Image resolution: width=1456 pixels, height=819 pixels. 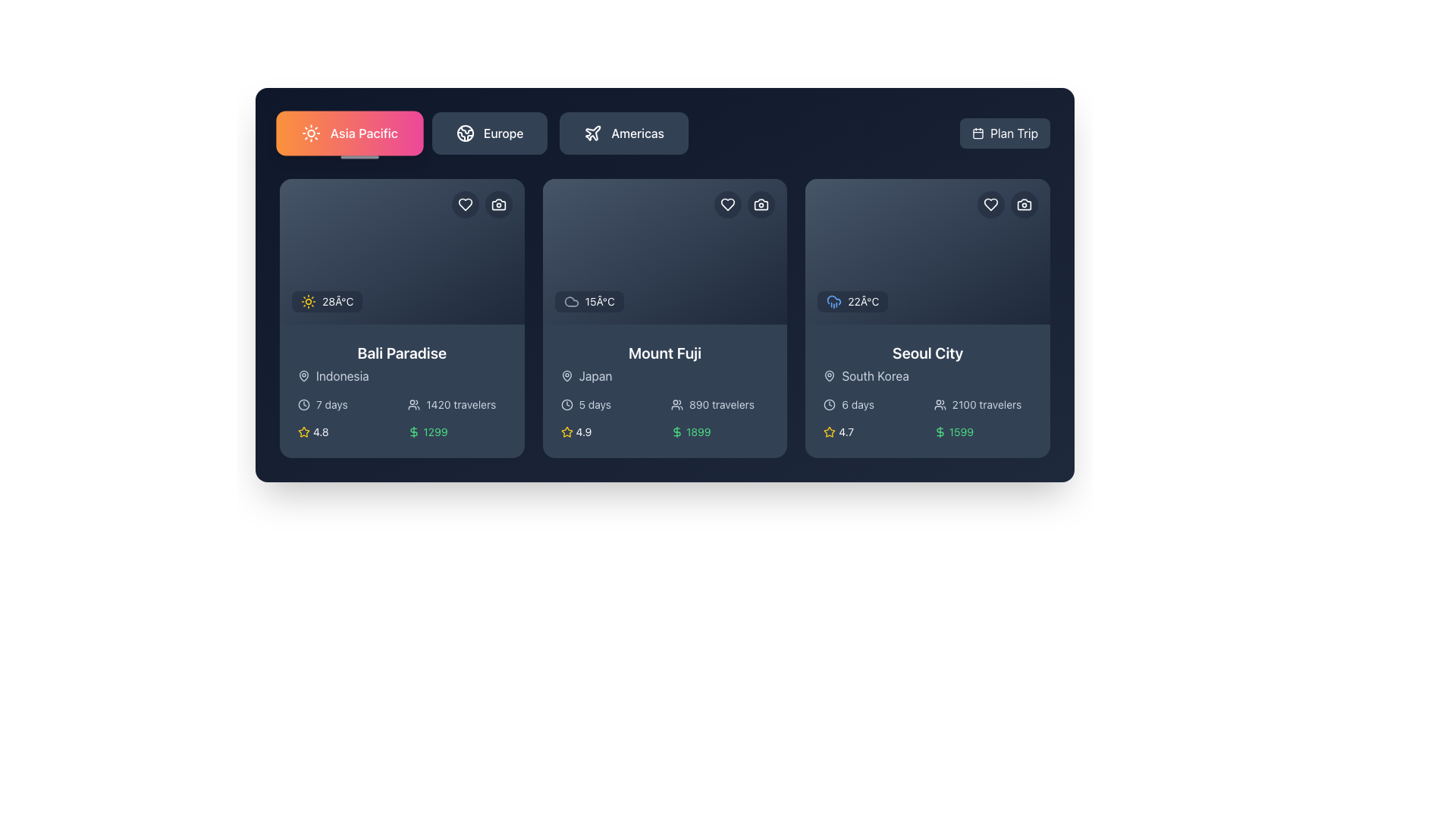 What do you see at coordinates (490, 133) in the screenshot?
I see `the 'Europe' button, which is the second button in a horizontal list of three buttons at the top of the interface, featuring a dark blue background, rounded corners, a globe icon, and a white font label` at bounding box center [490, 133].